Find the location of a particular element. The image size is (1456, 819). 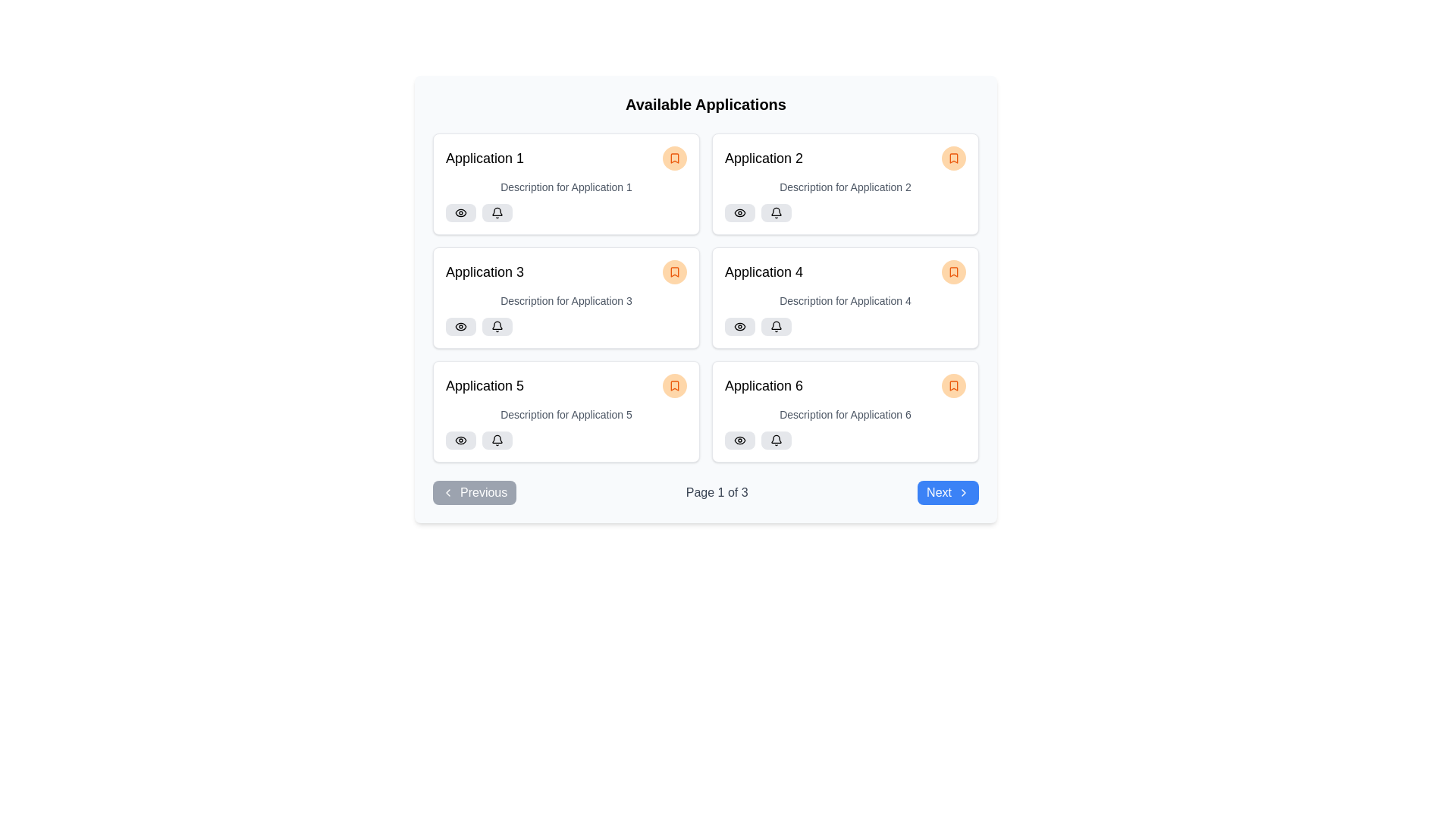

the small graphic resembling part of an eye's outline, which is located in the footer row of the 'Application 6' card in the bottom-right sector of the grid view is located at coordinates (739, 441).